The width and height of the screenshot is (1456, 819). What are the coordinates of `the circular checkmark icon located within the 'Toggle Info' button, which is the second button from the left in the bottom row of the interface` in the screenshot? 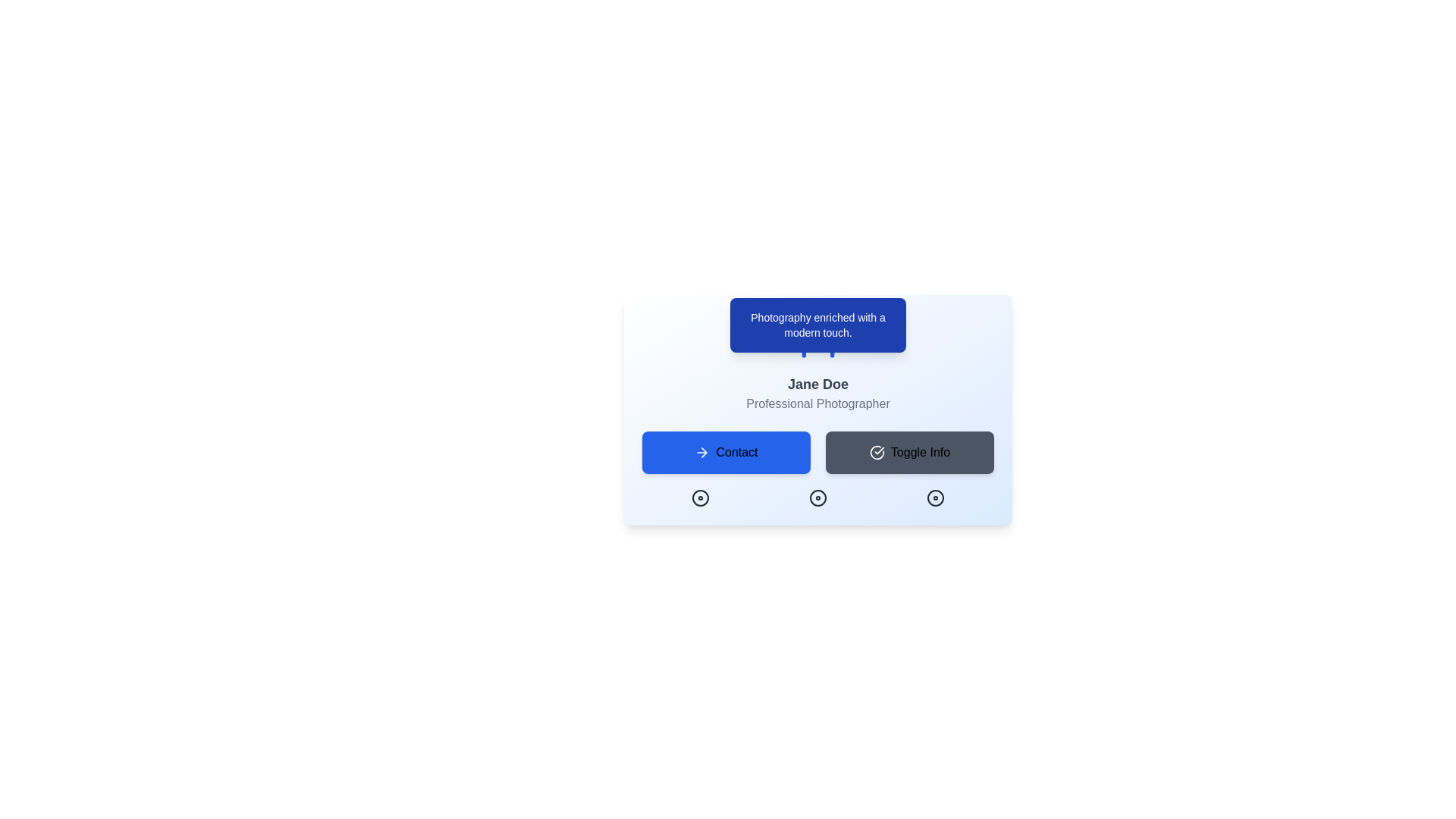 It's located at (877, 452).